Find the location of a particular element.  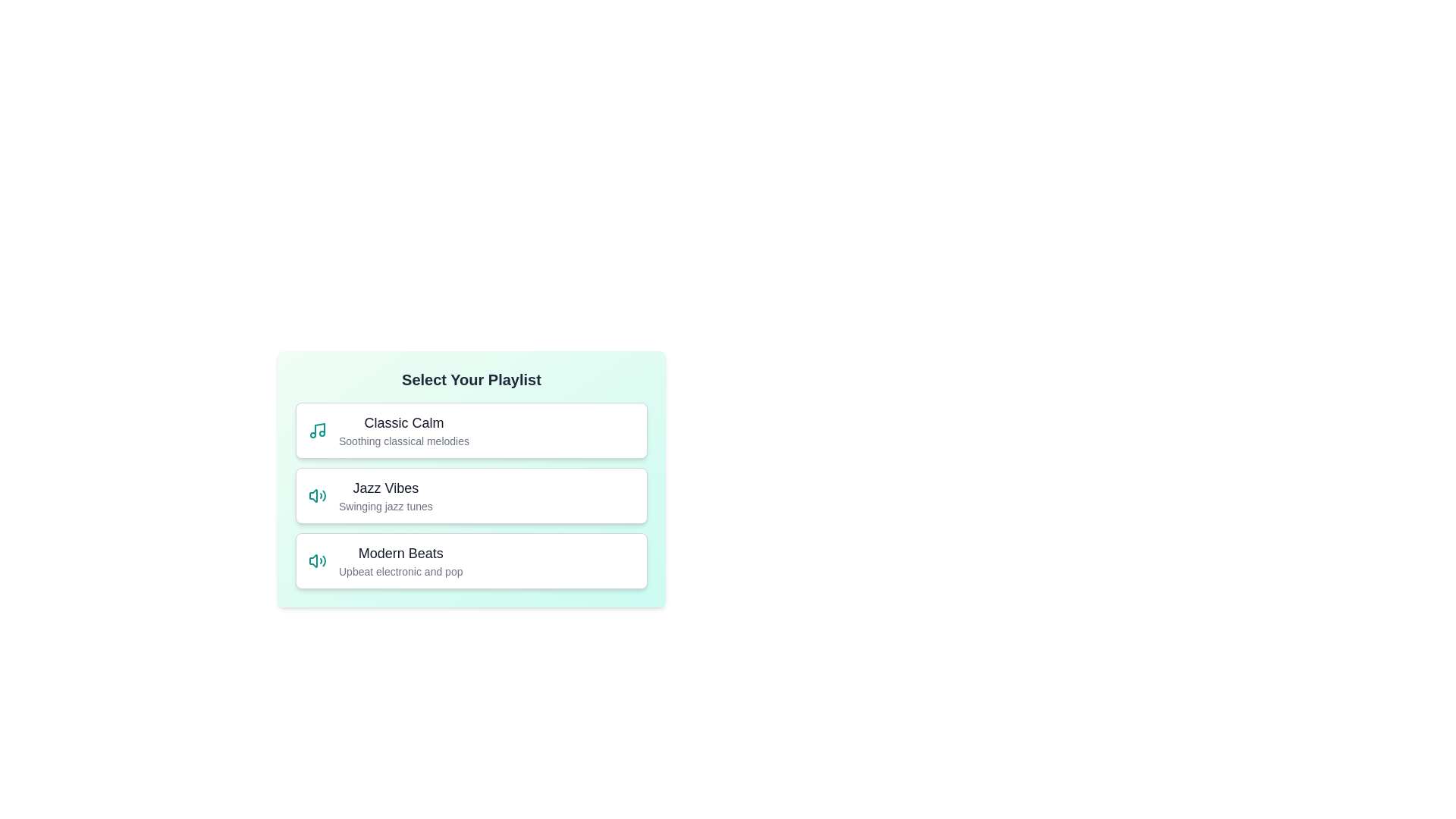

text element displaying 'Upbeat electronic and pop', which is styled with a smaller font size and gray color, located below 'Modern Beats' is located at coordinates (400, 571).